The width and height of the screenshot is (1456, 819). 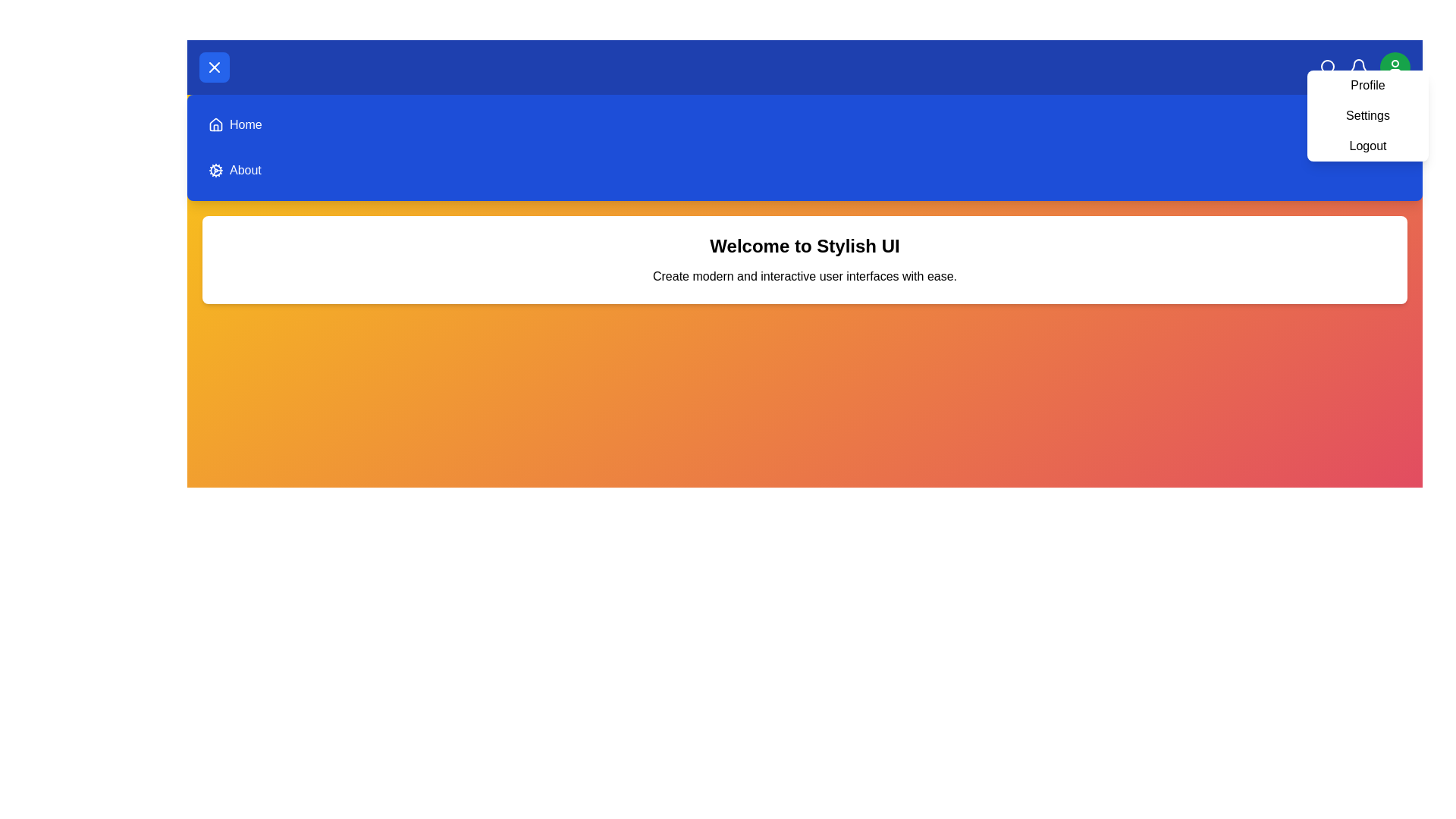 What do you see at coordinates (228, 161) in the screenshot?
I see `the menu option About to navigate` at bounding box center [228, 161].